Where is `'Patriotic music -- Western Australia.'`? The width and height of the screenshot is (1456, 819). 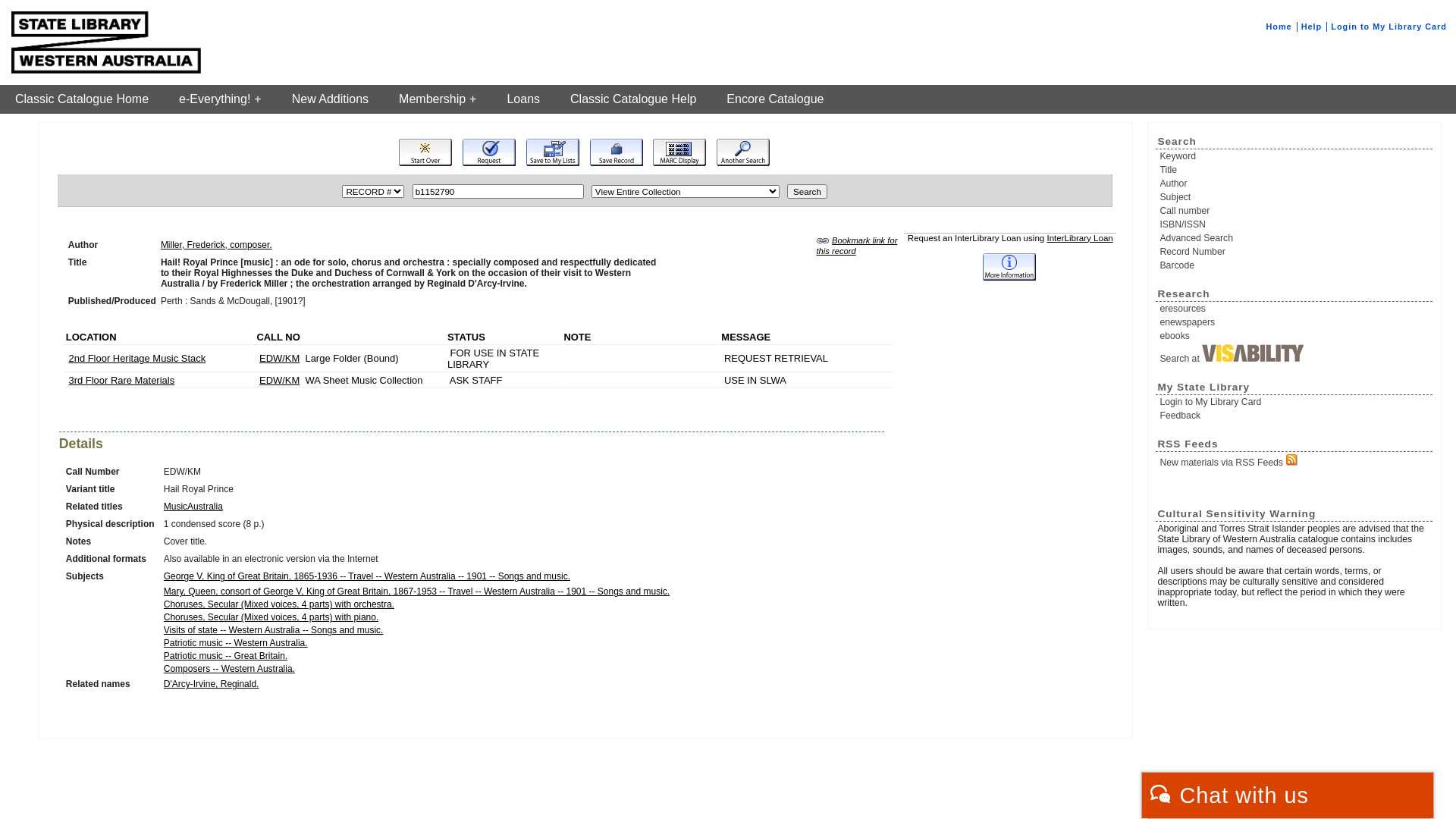
'Patriotic music -- Western Australia.' is located at coordinates (235, 643).